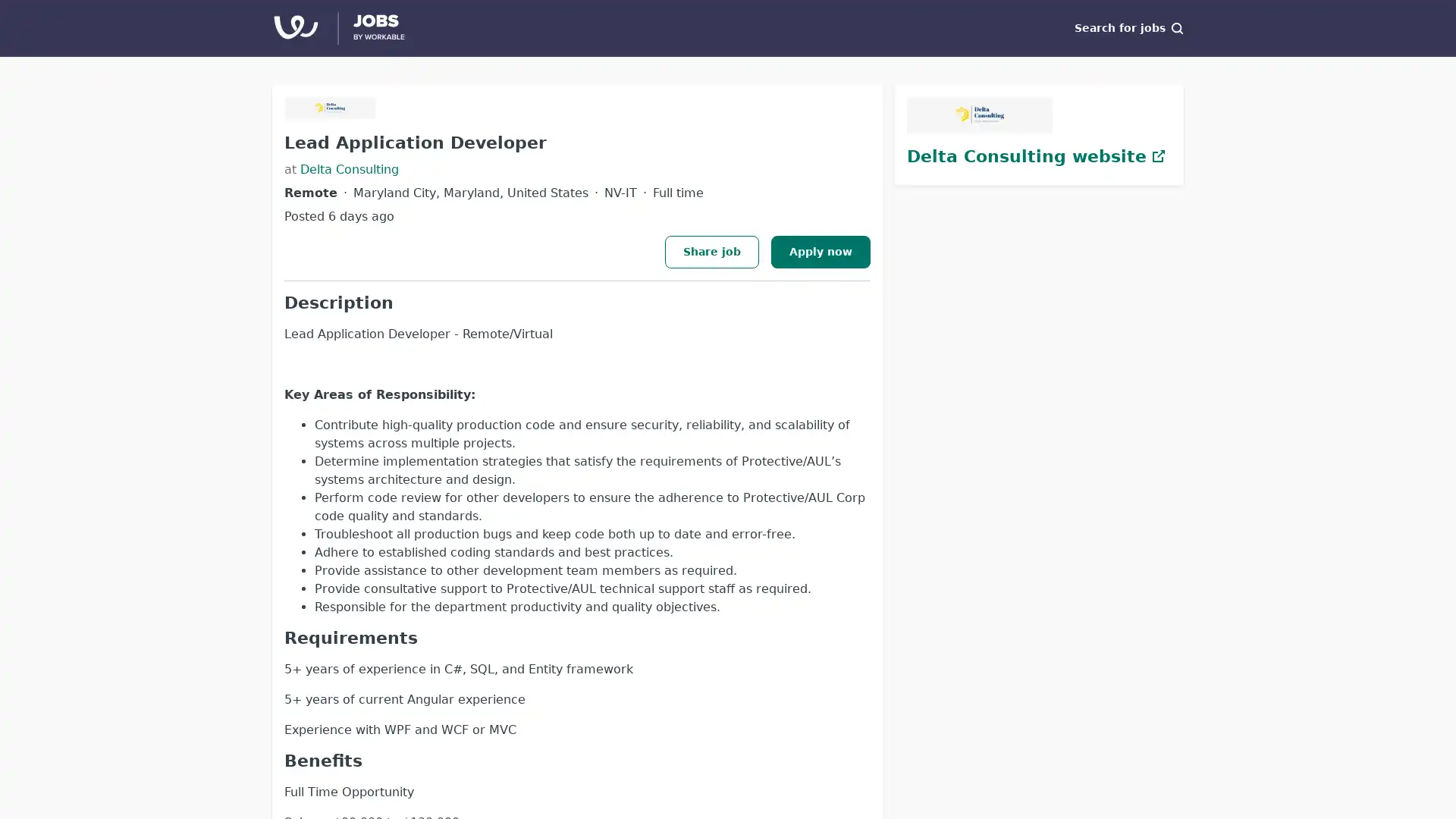 This screenshot has width=1456, height=819. What do you see at coordinates (711, 250) in the screenshot?
I see `Share job` at bounding box center [711, 250].